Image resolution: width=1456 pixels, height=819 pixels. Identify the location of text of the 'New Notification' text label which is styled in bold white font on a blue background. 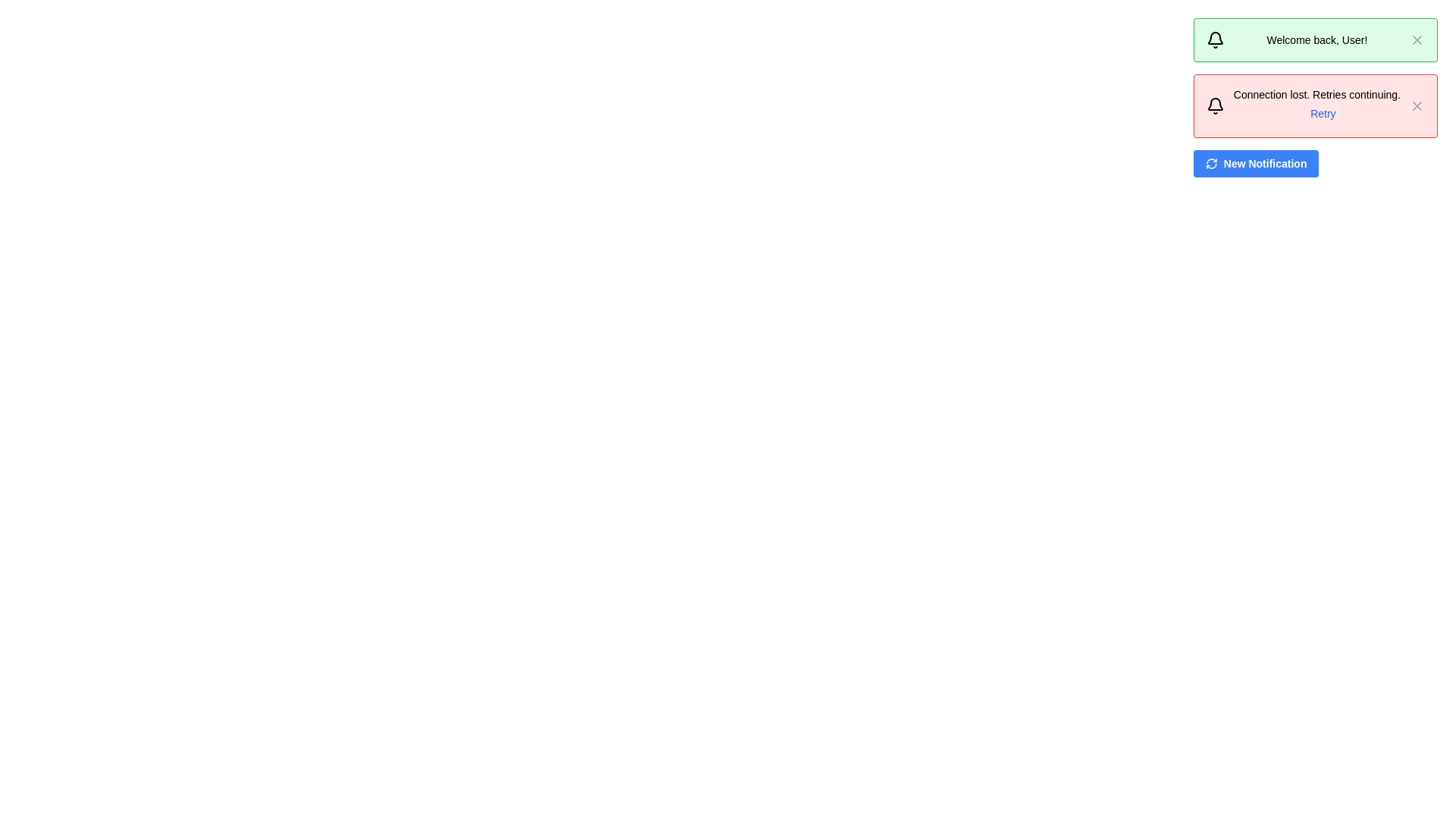
(1265, 164).